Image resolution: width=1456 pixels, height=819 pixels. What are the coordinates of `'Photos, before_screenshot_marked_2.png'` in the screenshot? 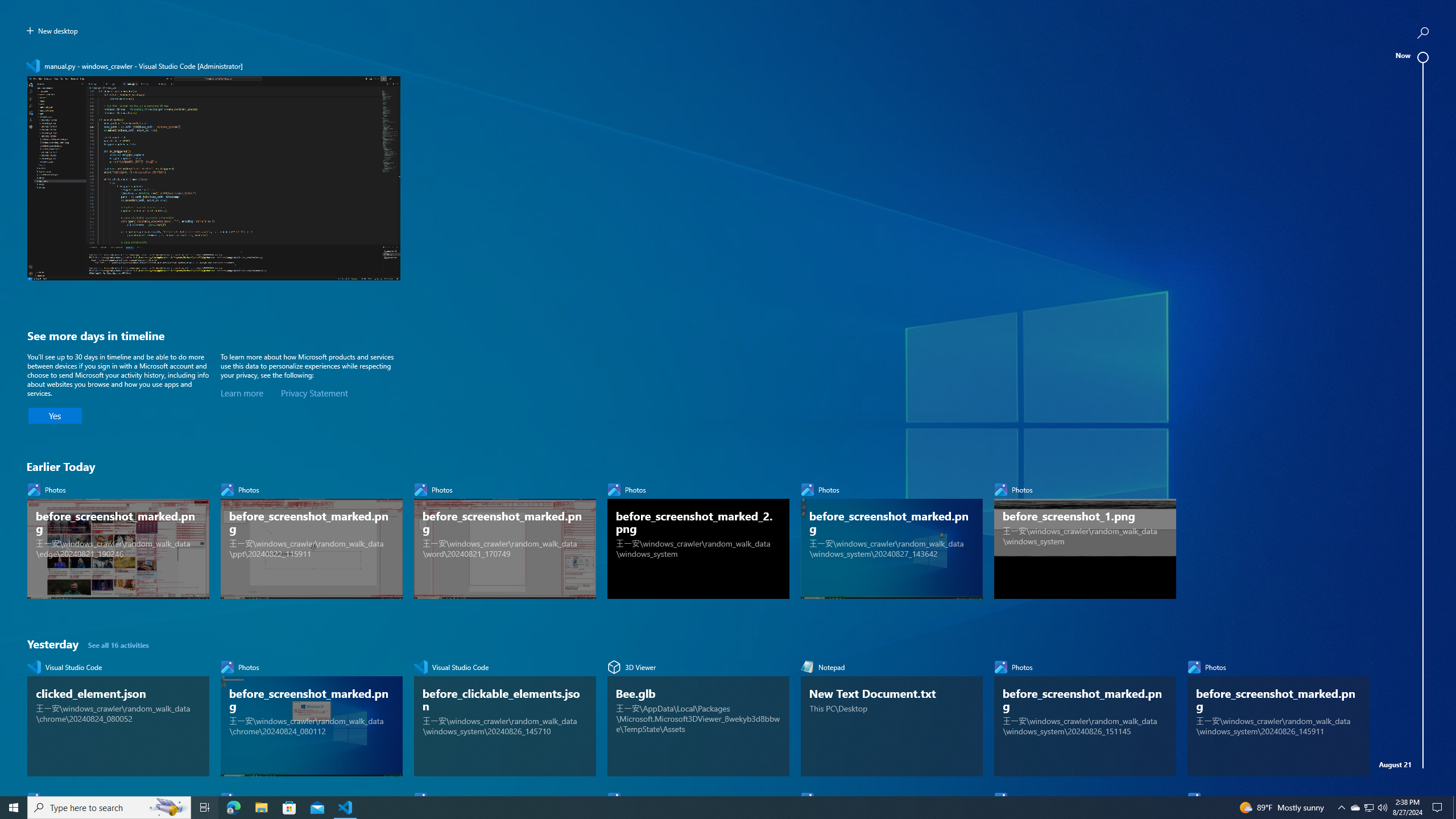 It's located at (698, 537).